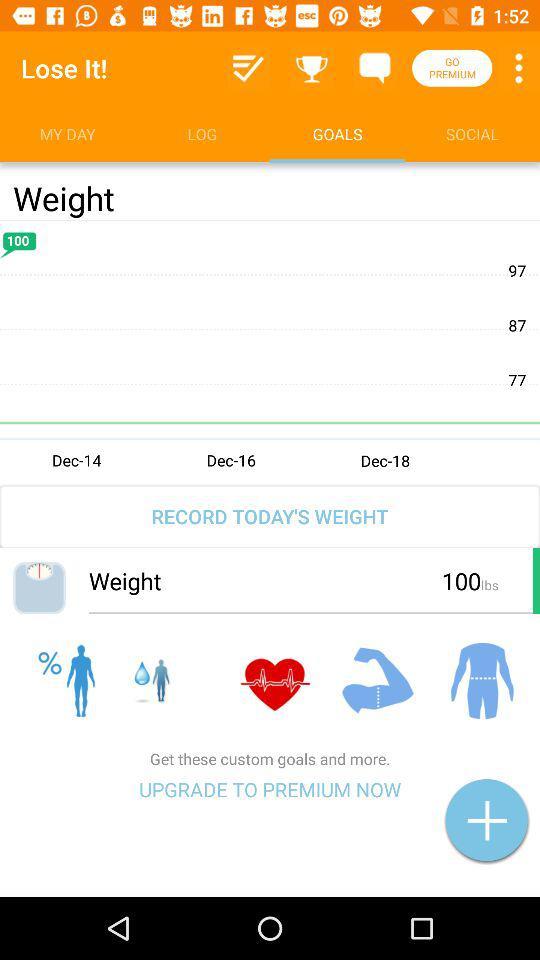 This screenshot has height=960, width=540. What do you see at coordinates (270, 351) in the screenshot?
I see `edit graph` at bounding box center [270, 351].